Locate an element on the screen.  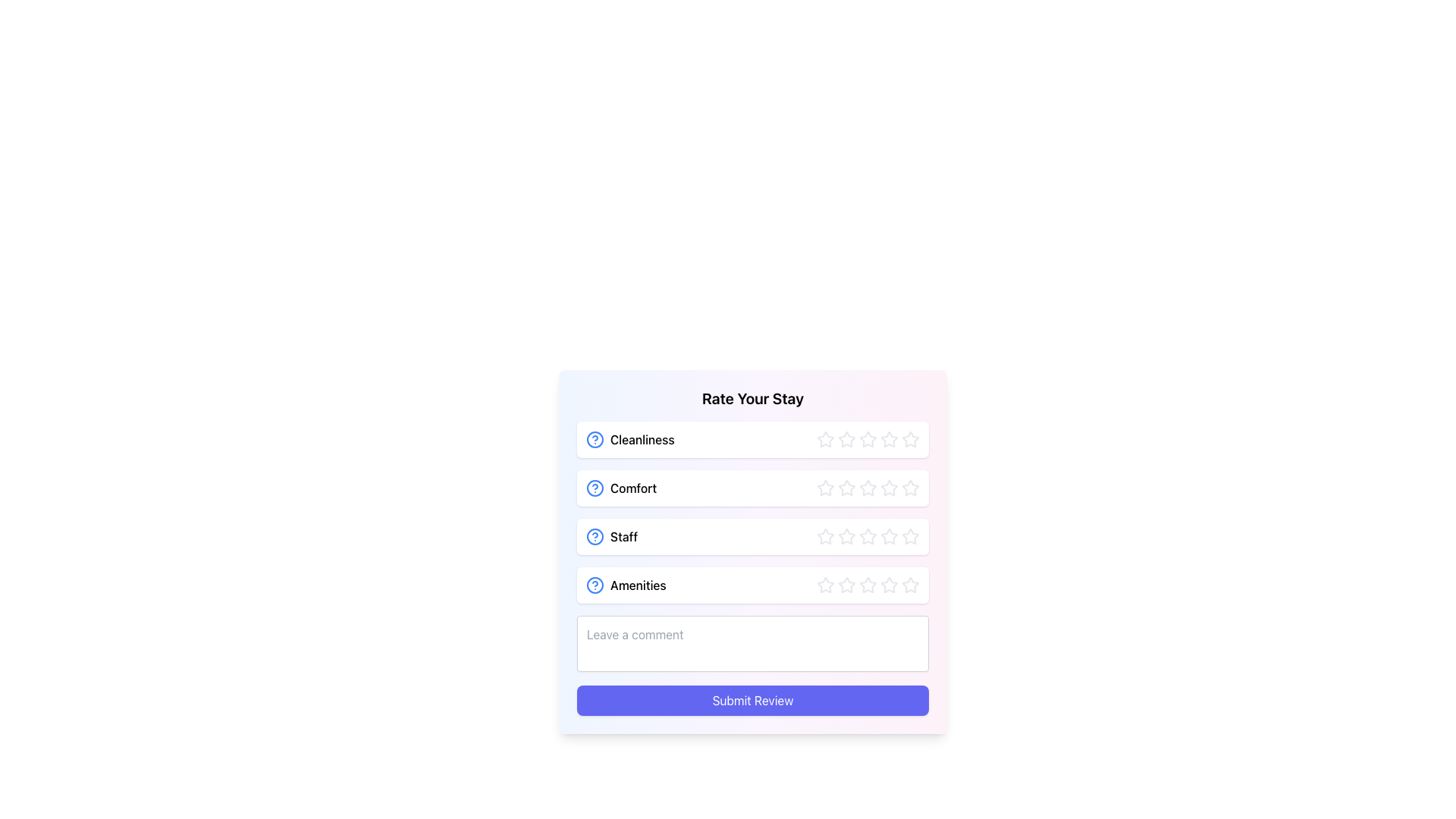
the text label 'Staff' which is part of the 'Rate Your Stay' section, located in the third row and styled with a medium font weight, positioned between a help icon and a row of stars is located at coordinates (624, 536).